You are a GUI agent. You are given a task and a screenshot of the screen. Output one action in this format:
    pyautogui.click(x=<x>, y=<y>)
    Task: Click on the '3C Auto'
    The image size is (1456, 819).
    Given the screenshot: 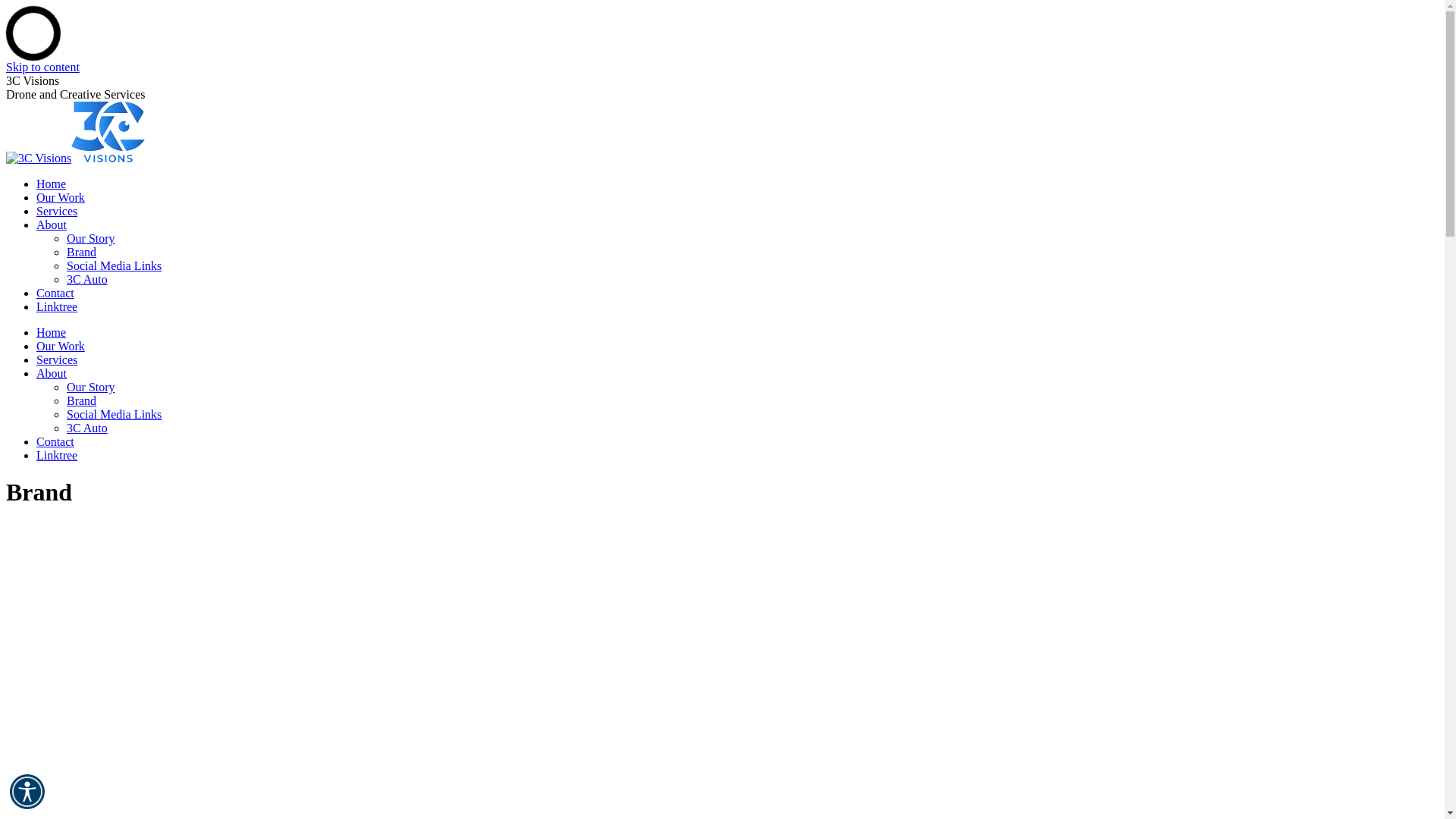 What is the action you would take?
    pyautogui.click(x=86, y=428)
    